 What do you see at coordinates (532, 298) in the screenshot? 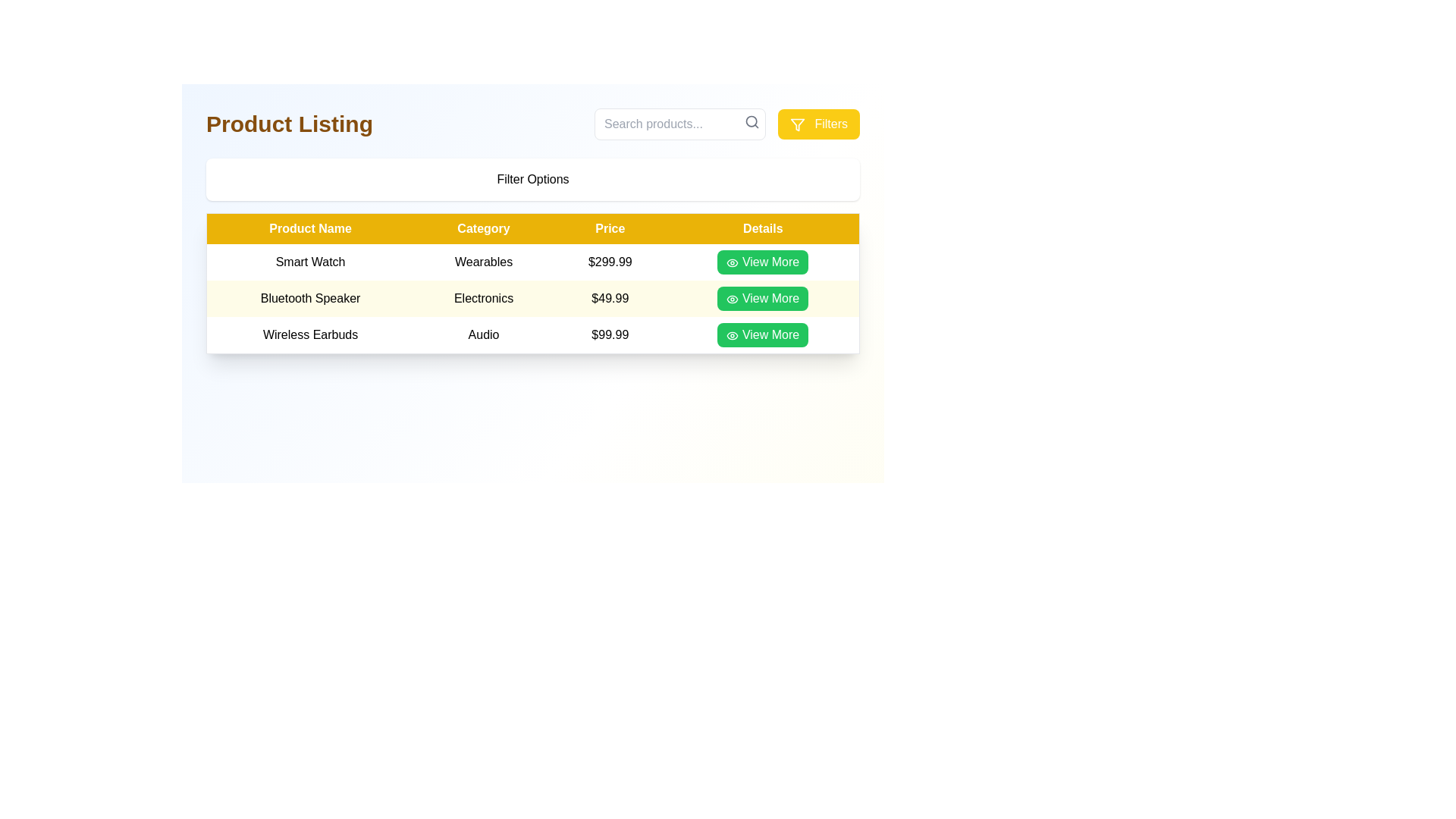
I see `the second table row displaying details about the product 'Bluetooth Speaker', which includes its category 'Electronics', price '$49.99', and a button for more details, to trigger a hover effect` at bounding box center [532, 298].